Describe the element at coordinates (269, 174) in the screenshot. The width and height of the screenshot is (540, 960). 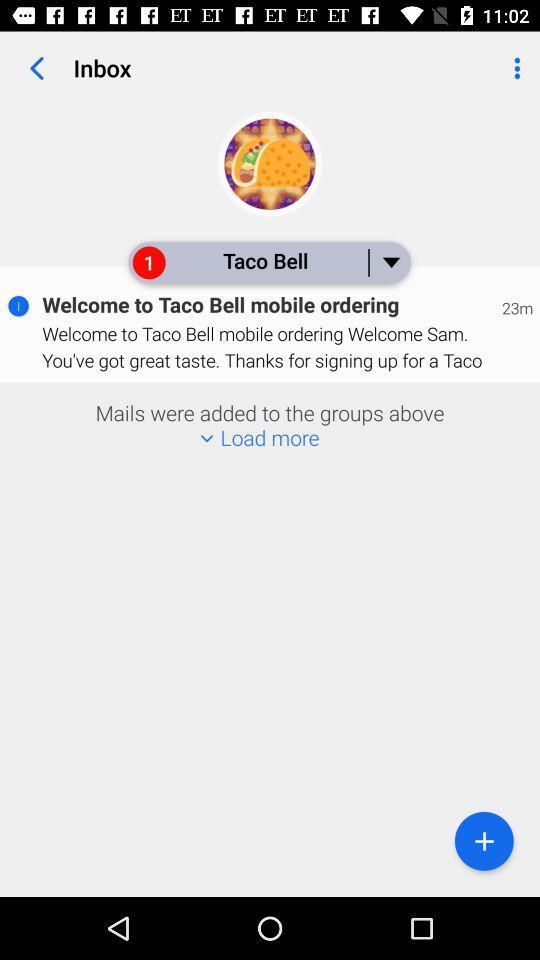
I see `the avatar icon` at that location.